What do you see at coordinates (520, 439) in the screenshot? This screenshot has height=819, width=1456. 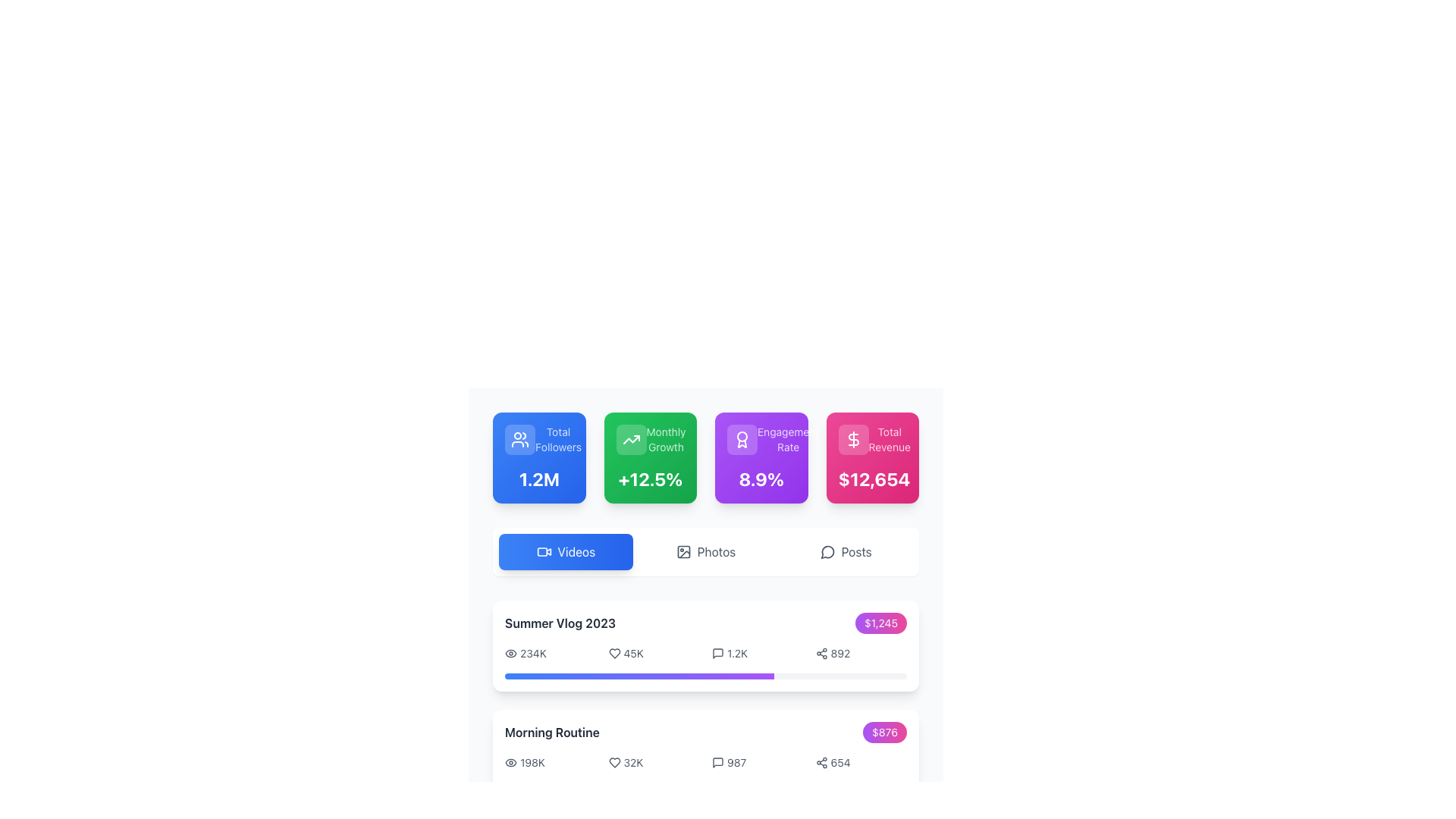 I see `the 'Total Followers' icon located in the upper-left tile of the interface` at bounding box center [520, 439].